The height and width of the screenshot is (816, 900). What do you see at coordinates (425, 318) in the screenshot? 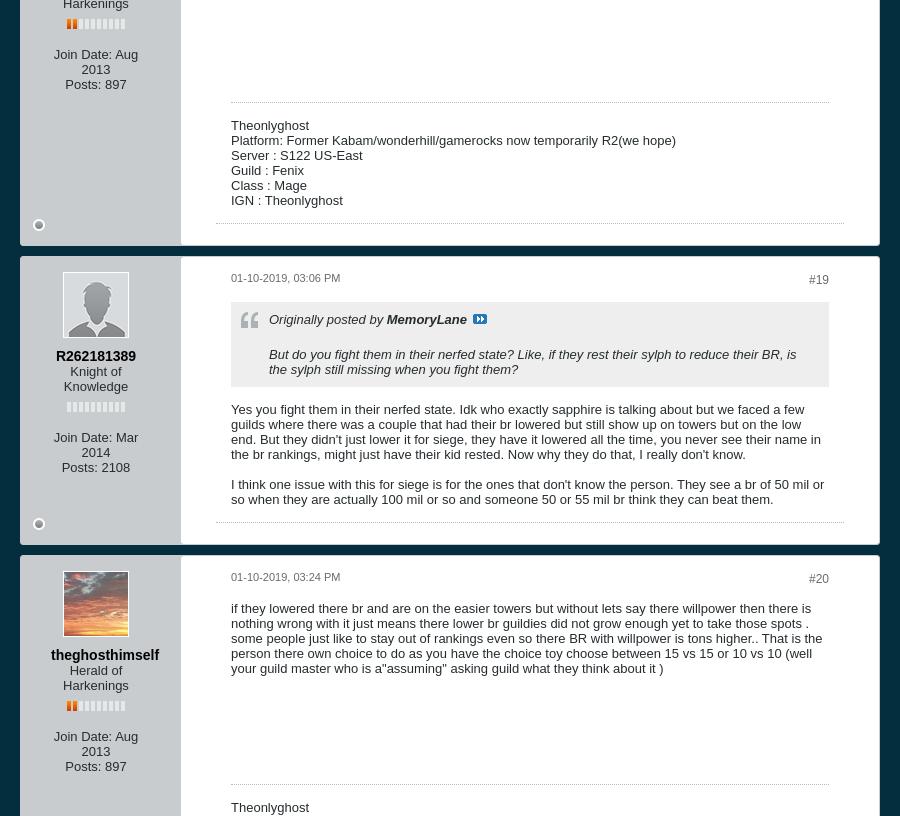
I see `'MemoryLane'` at bounding box center [425, 318].